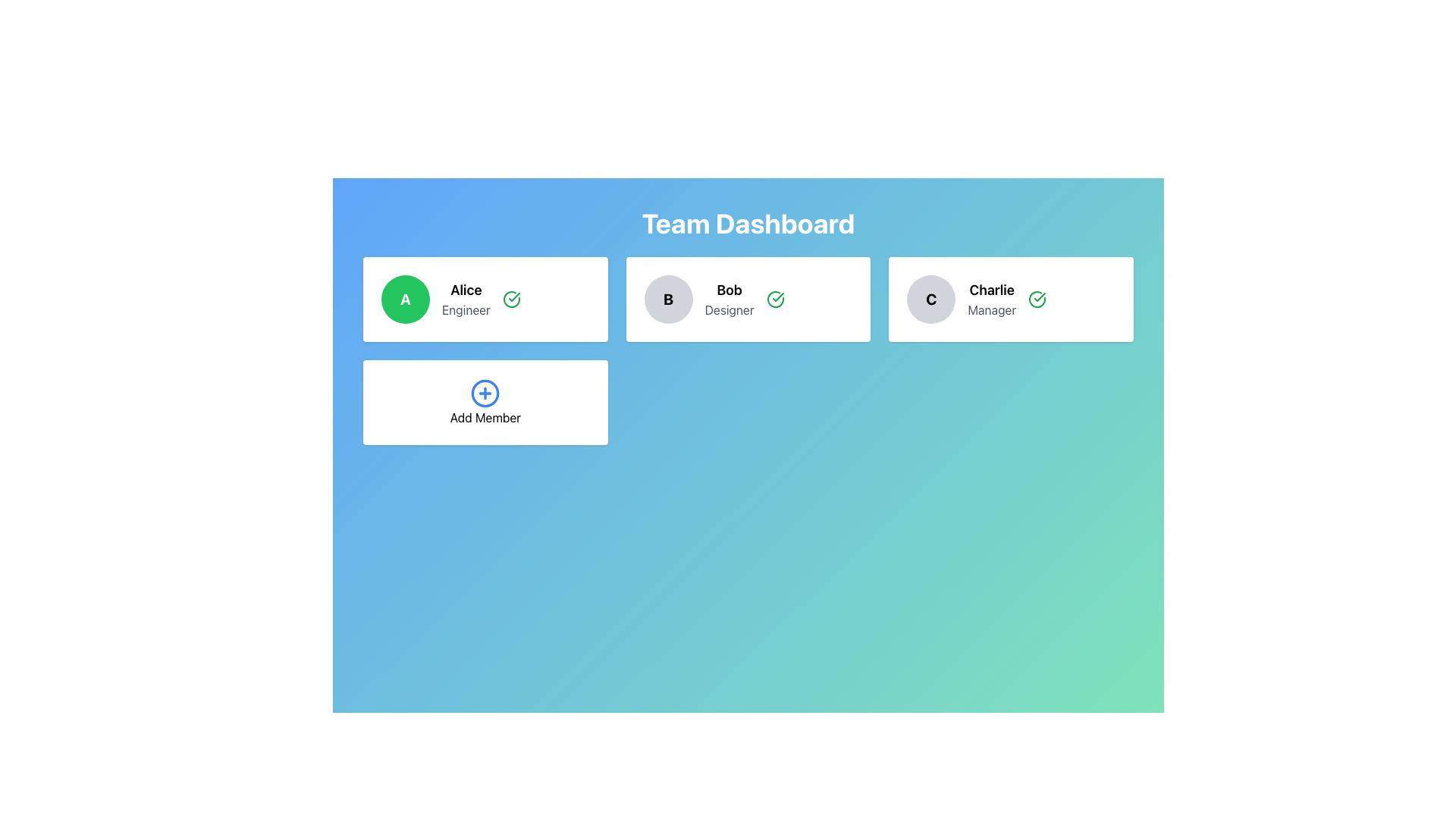 The height and width of the screenshot is (819, 1456). I want to click on the Avatar placeholder element representing user 'Charlie' in the upper-right section of the interface, so click(930, 299).